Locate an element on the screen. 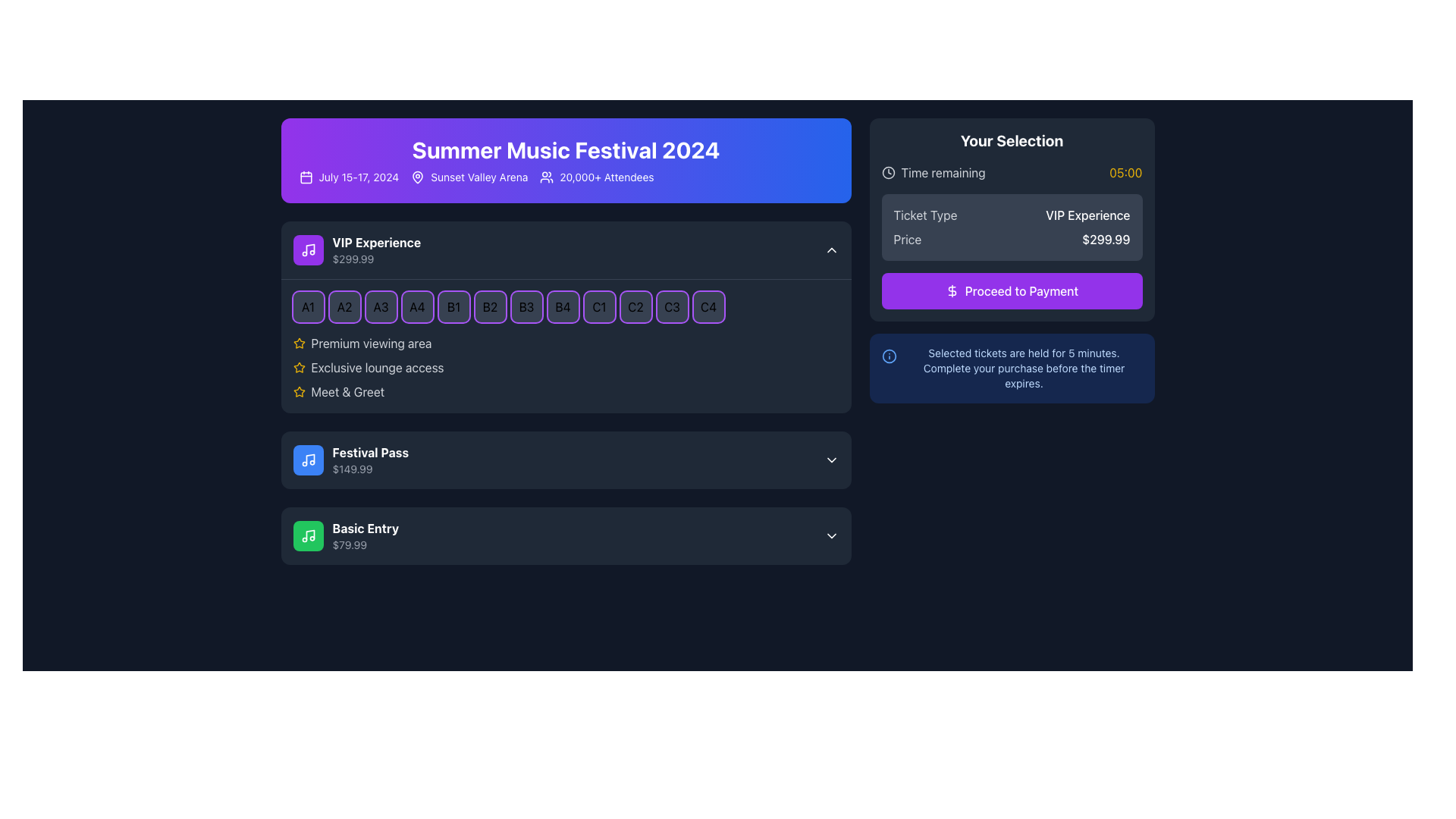  to select the 'Basic Entry' ticket option in the selectable list for the Summer Music Festival 2024 is located at coordinates (565, 535).